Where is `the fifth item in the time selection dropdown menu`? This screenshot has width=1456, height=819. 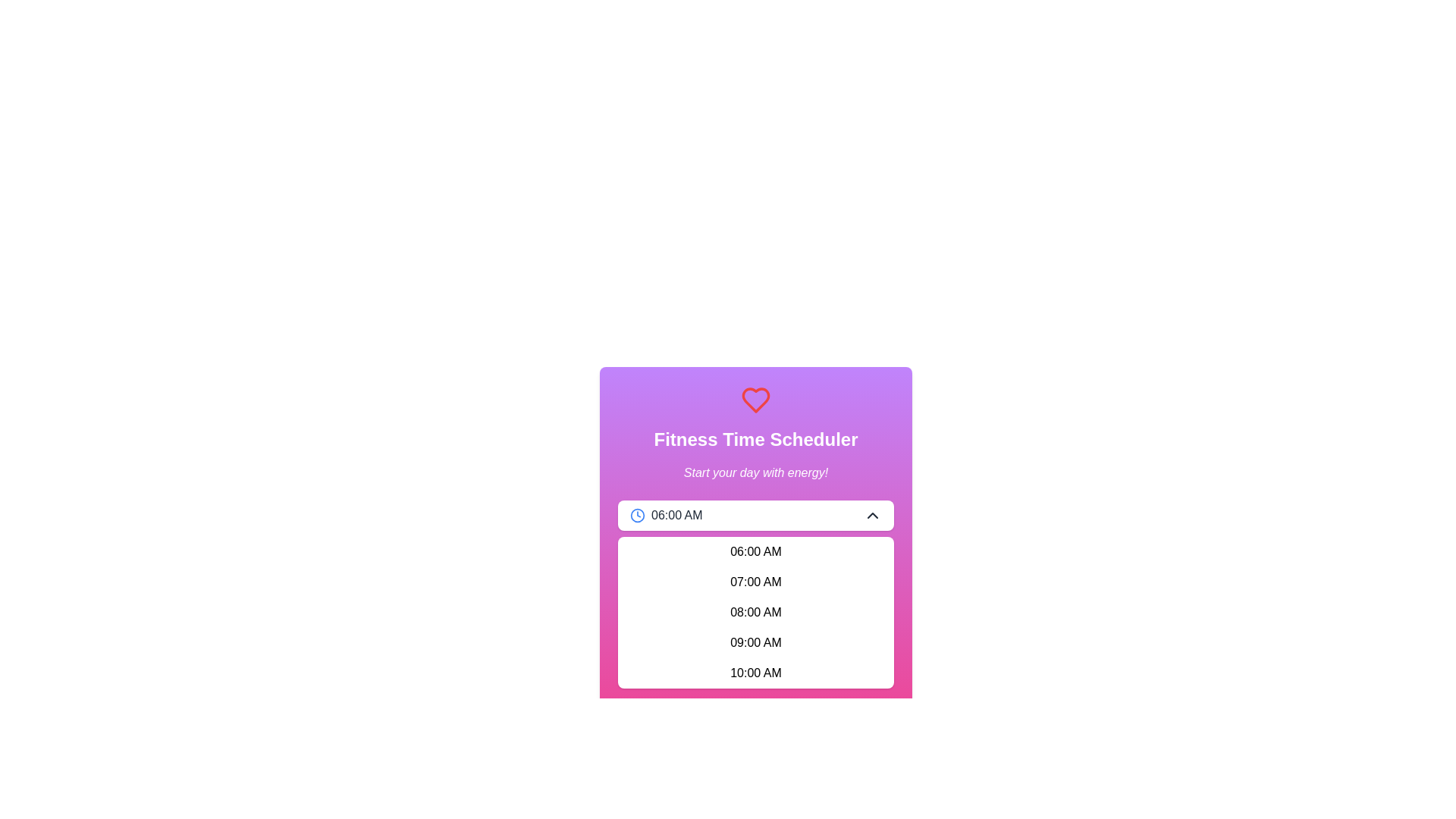
the fifth item in the time selection dropdown menu is located at coordinates (756, 672).